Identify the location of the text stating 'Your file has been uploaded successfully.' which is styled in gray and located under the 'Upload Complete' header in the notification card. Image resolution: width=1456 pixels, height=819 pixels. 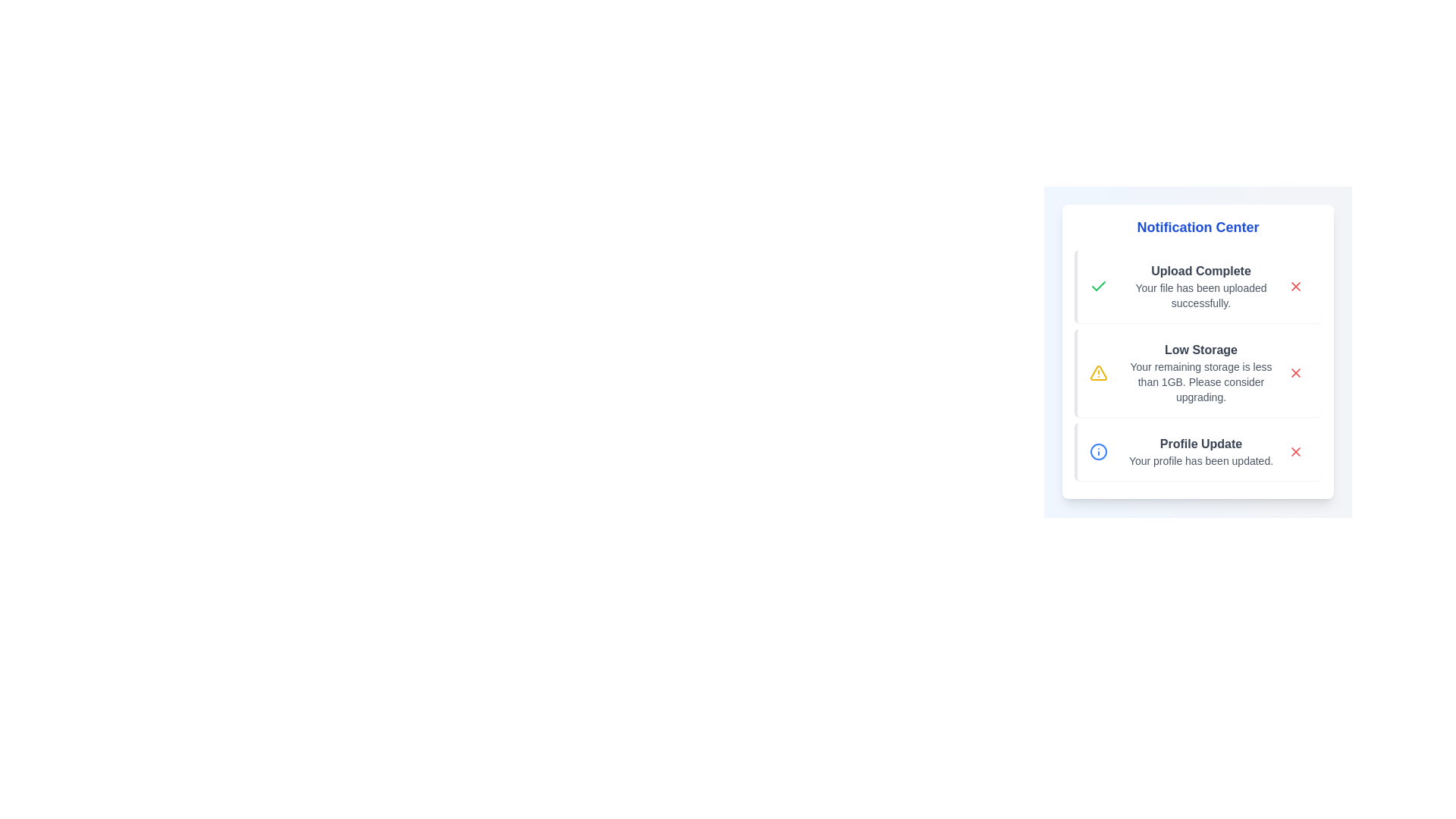
(1200, 295).